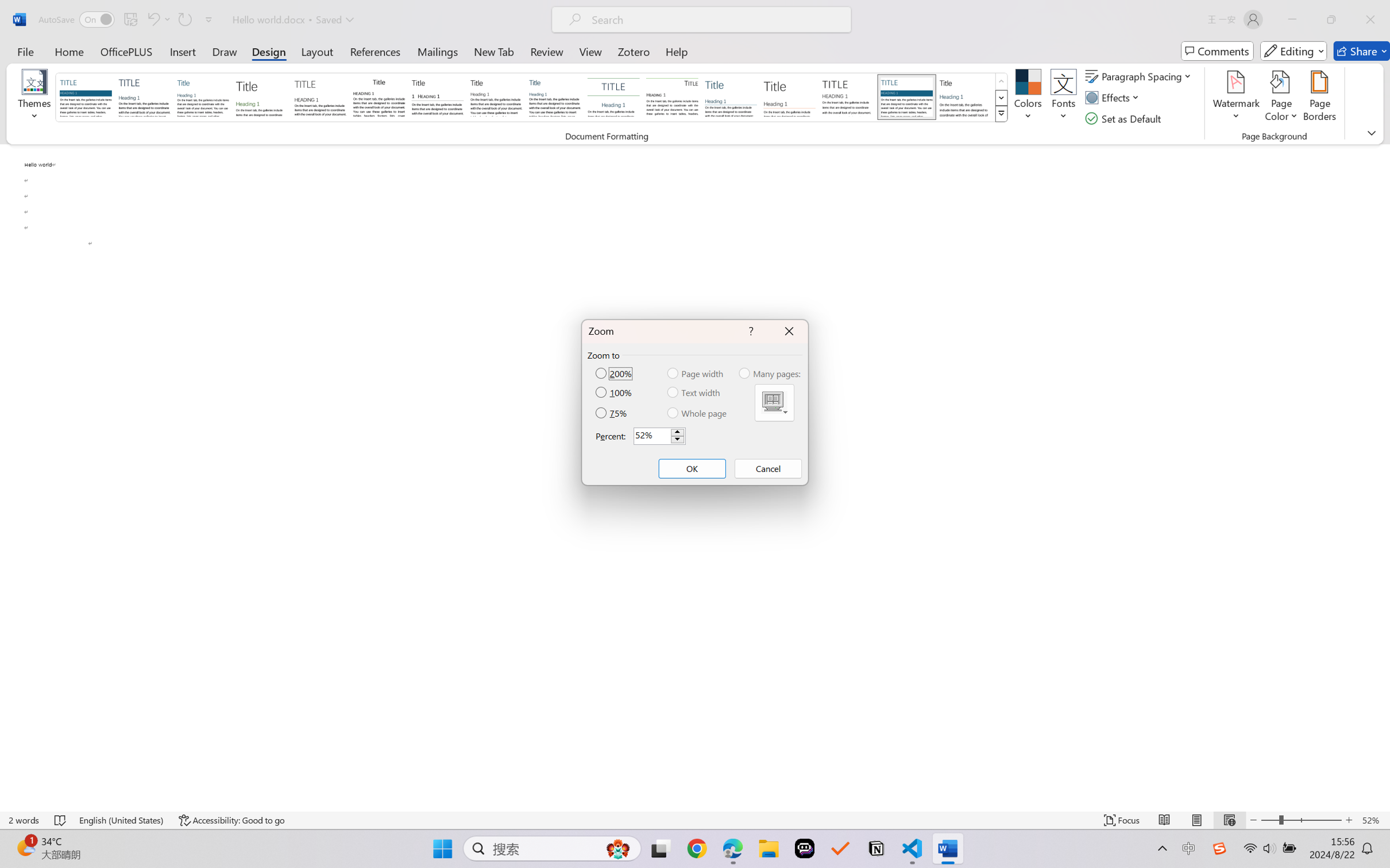 The width and height of the screenshot is (1390, 868). What do you see at coordinates (76, 19) in the screenshot?
I see `'AutoSave'` at bounding box center [76, 19].